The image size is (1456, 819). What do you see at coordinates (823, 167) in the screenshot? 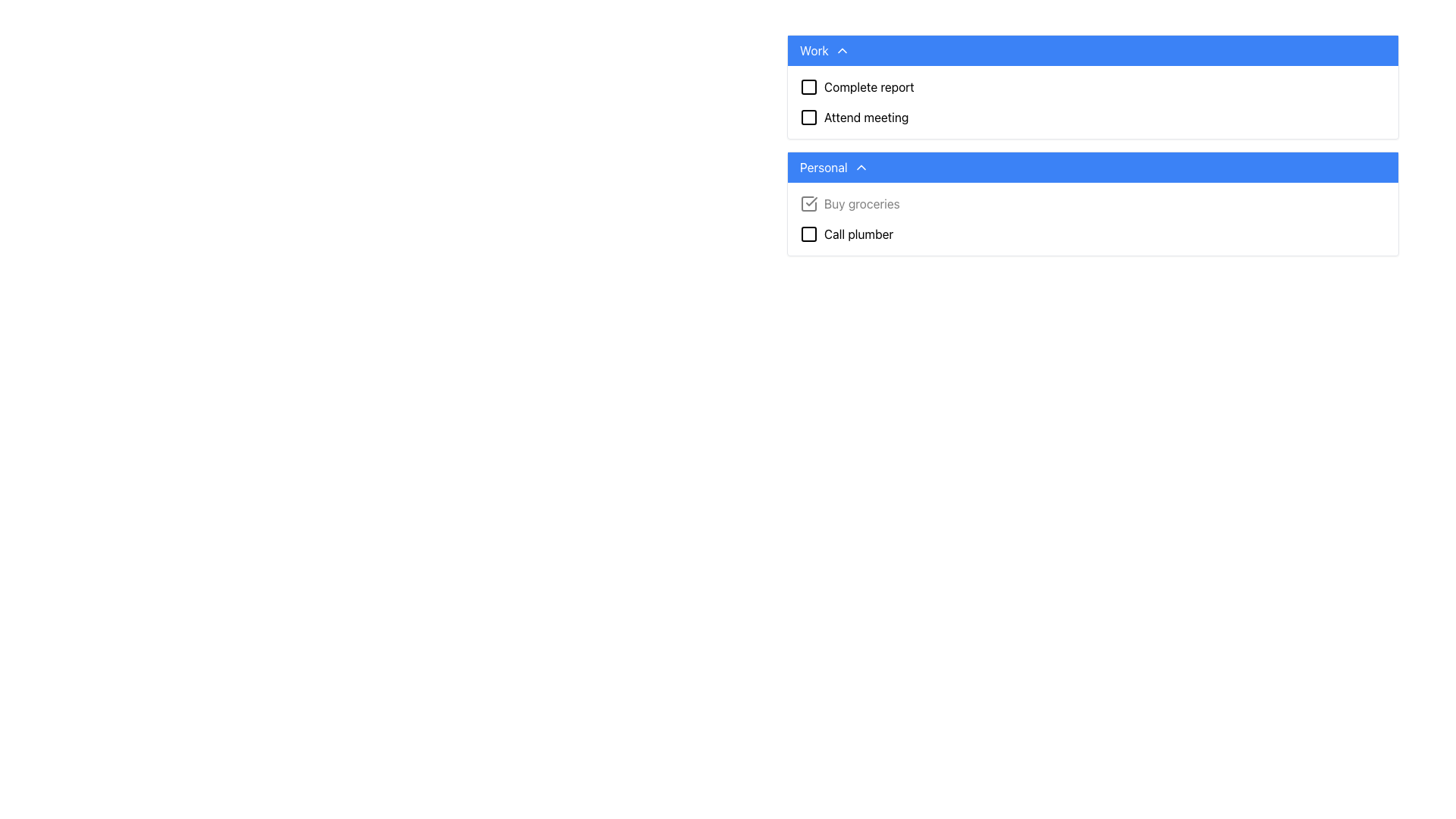
I see `the 'Personal' text label which serves as the category name in the dropdown header` at bounding box center [823, 167].